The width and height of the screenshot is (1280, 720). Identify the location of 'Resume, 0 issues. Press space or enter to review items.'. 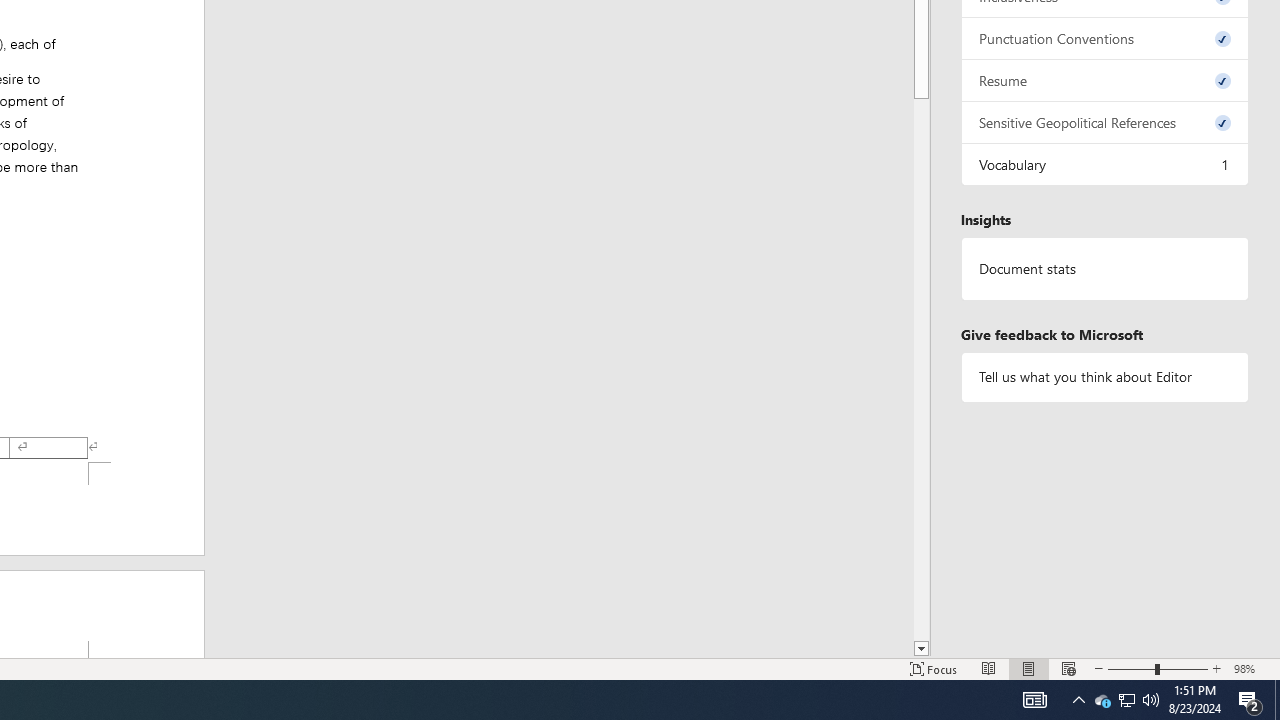
(1104, 79).